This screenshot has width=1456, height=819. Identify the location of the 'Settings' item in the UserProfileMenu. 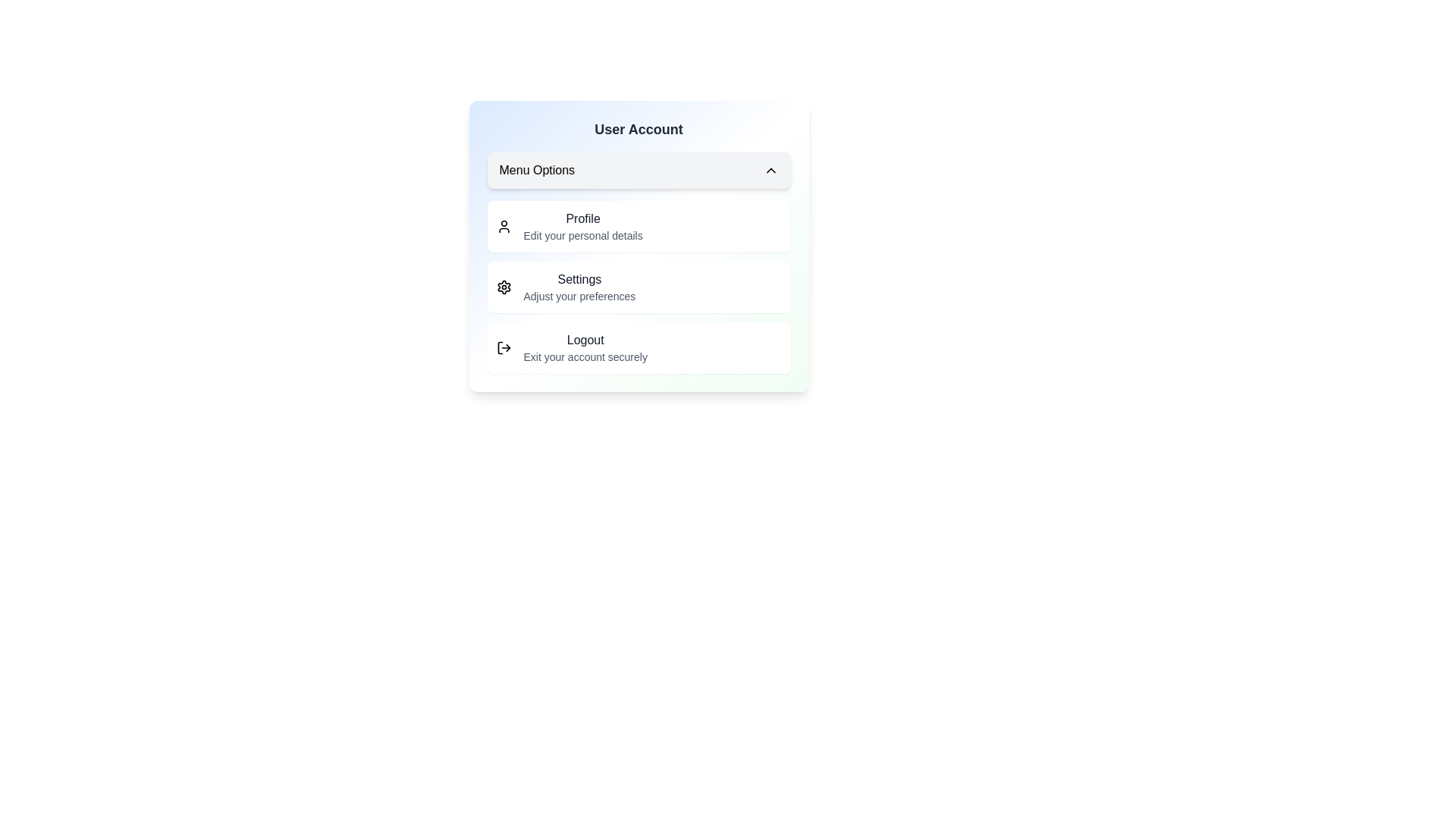
(639, 287).